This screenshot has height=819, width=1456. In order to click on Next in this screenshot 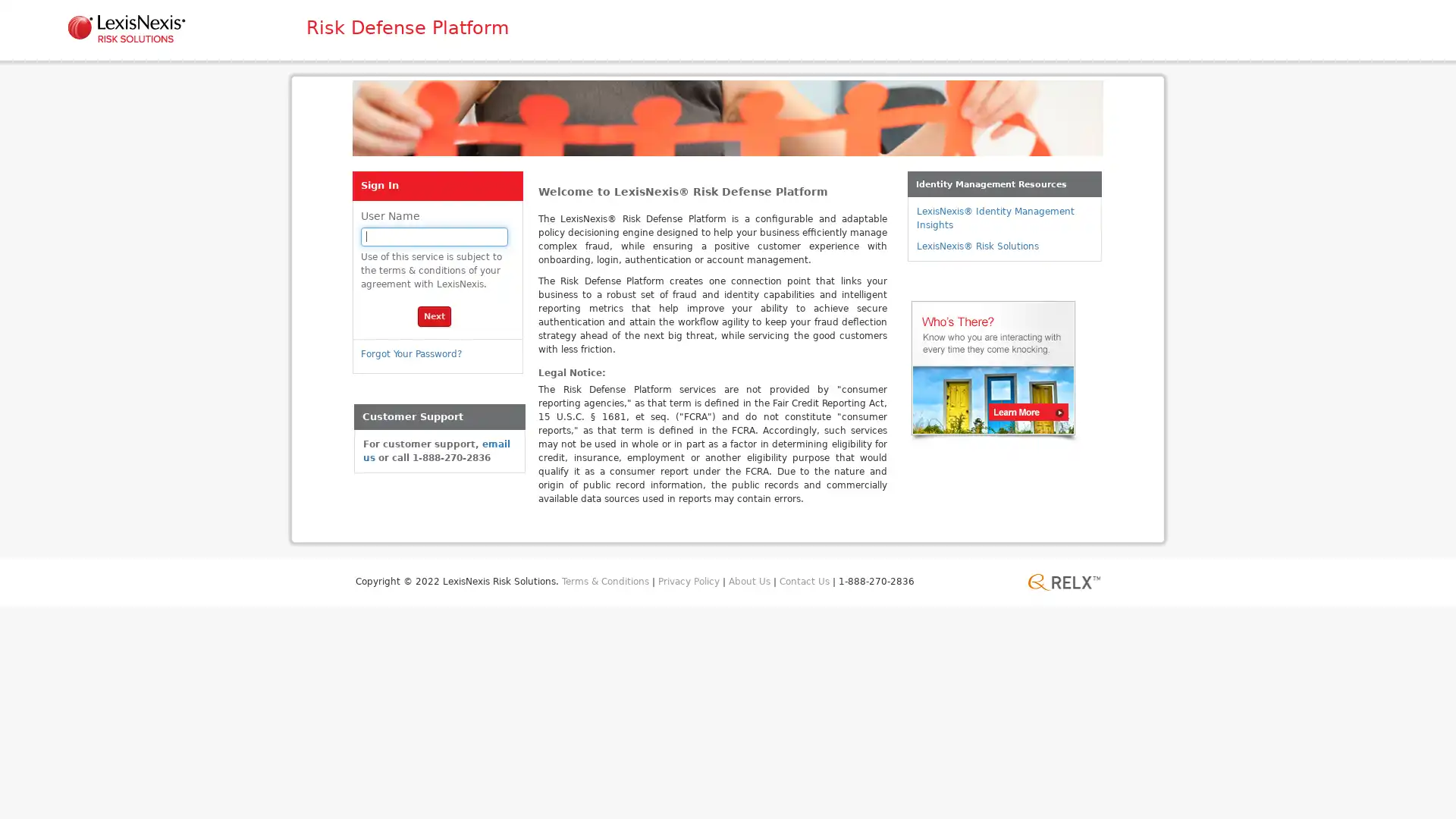, I will do `click(433, 315)`.